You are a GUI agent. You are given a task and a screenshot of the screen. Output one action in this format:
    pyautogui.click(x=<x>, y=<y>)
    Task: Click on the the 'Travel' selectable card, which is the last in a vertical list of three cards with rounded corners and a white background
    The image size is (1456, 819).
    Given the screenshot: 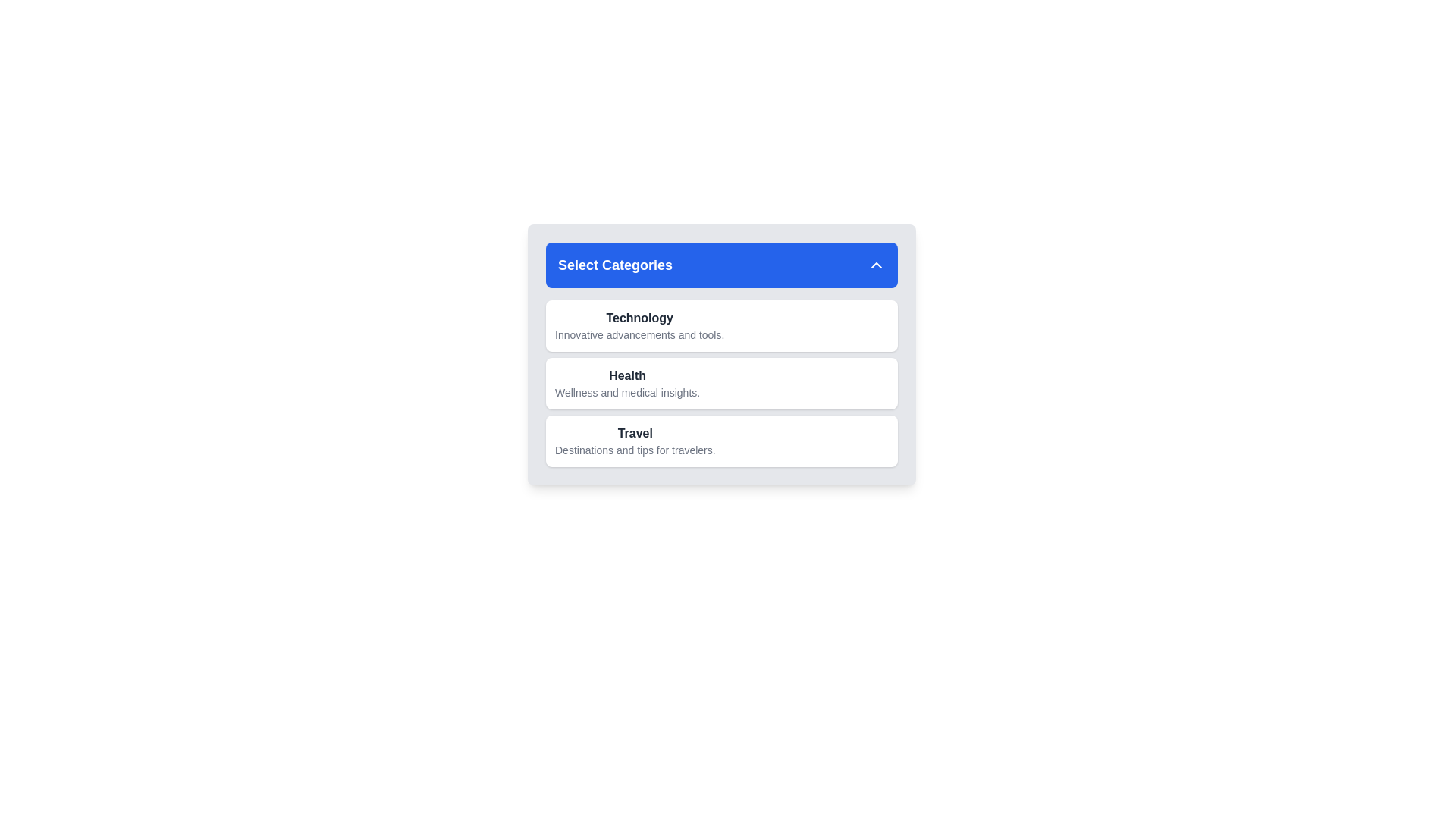 What is the action you would take?
    pyautogui.click(x=720, y=441)
    